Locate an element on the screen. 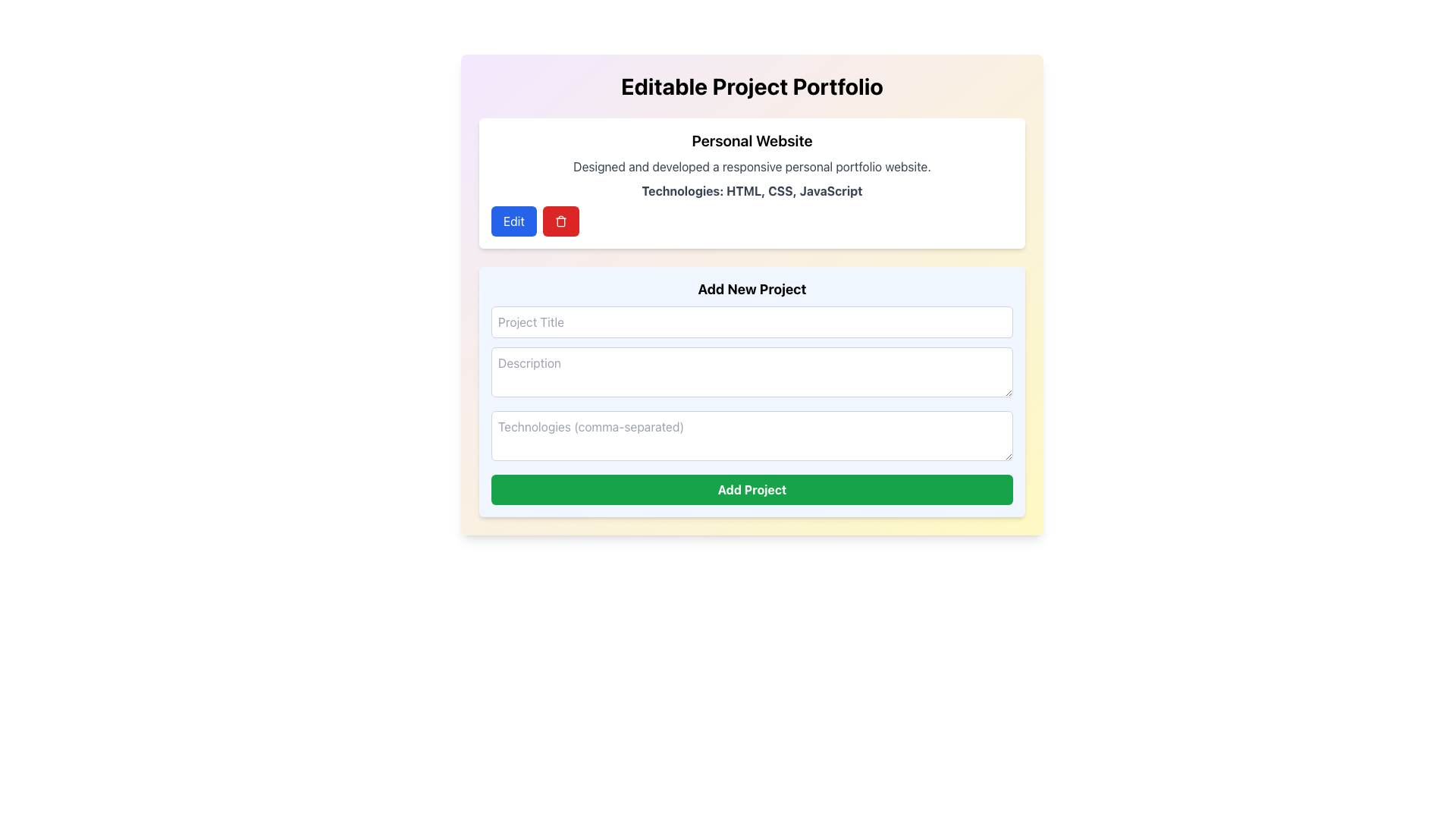  the header text that displays 'Add New Project', which is bold, larger in font size, and centered above the input fields is located at coordinates (752, 289).